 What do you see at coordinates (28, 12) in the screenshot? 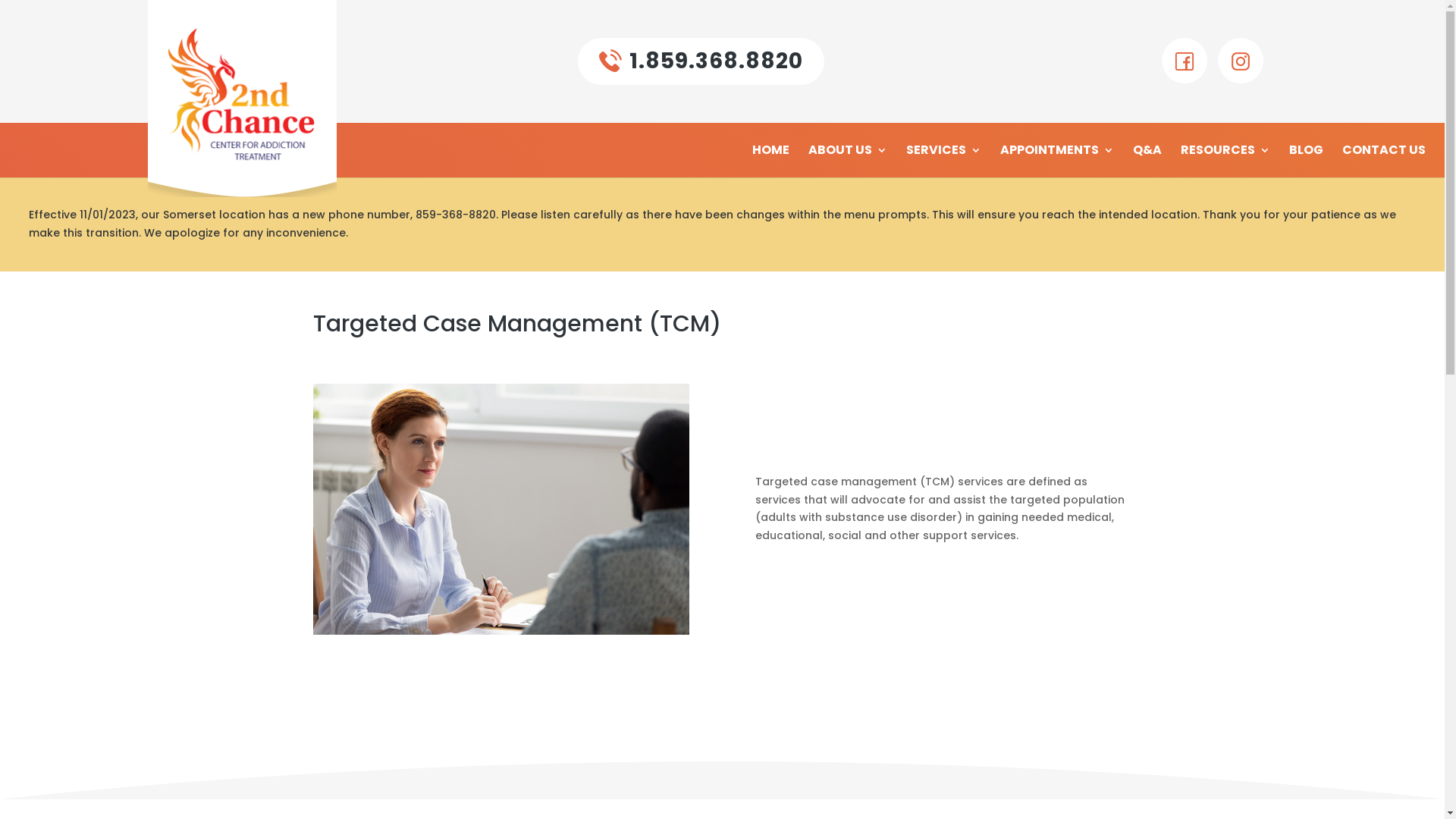
I see `'Previous Page'` at bounding box center [28, 12].